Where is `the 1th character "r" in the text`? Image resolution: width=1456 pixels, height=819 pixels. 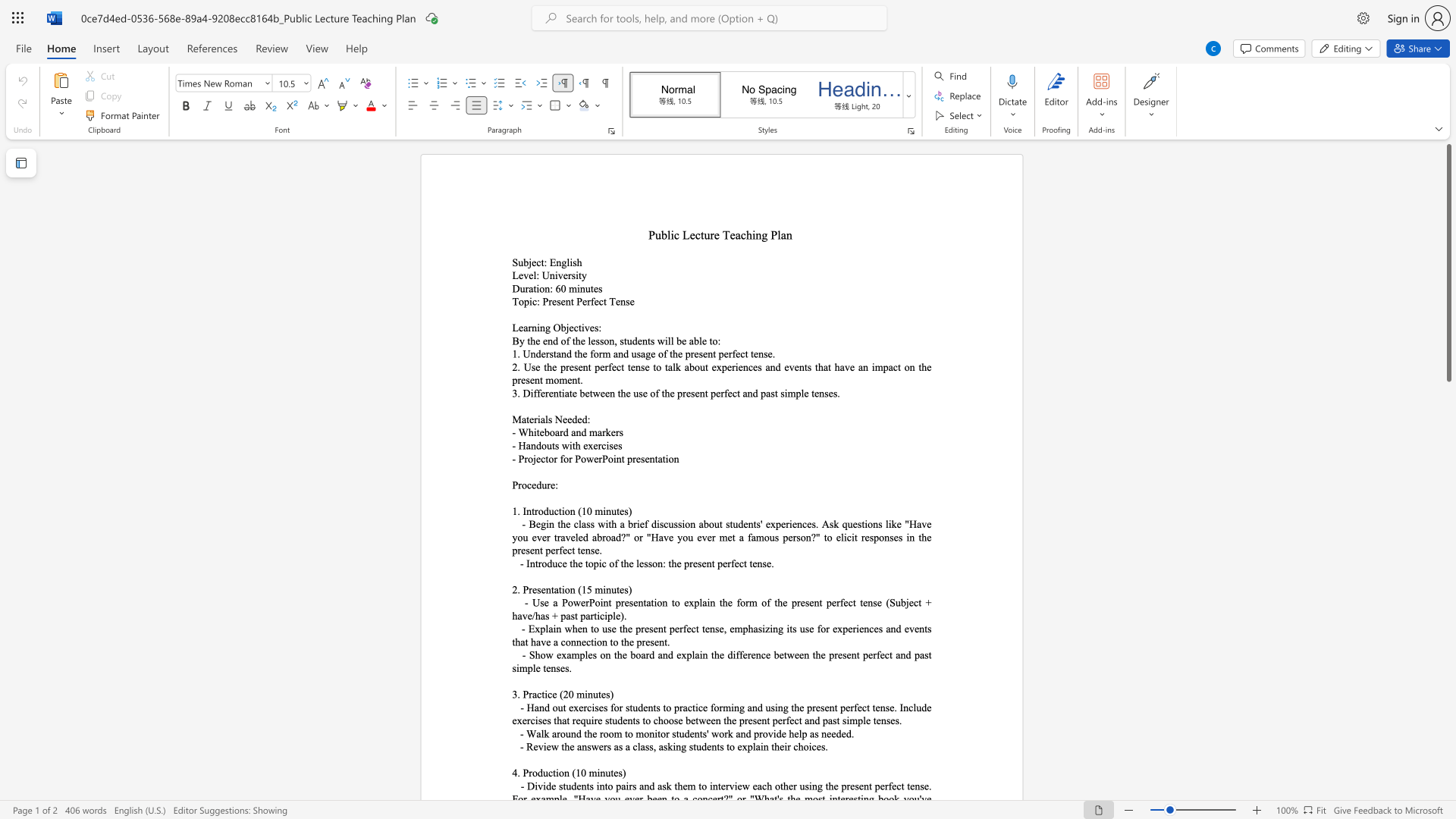 the 1th character "r" in the text is located at coordinates (547, 353).